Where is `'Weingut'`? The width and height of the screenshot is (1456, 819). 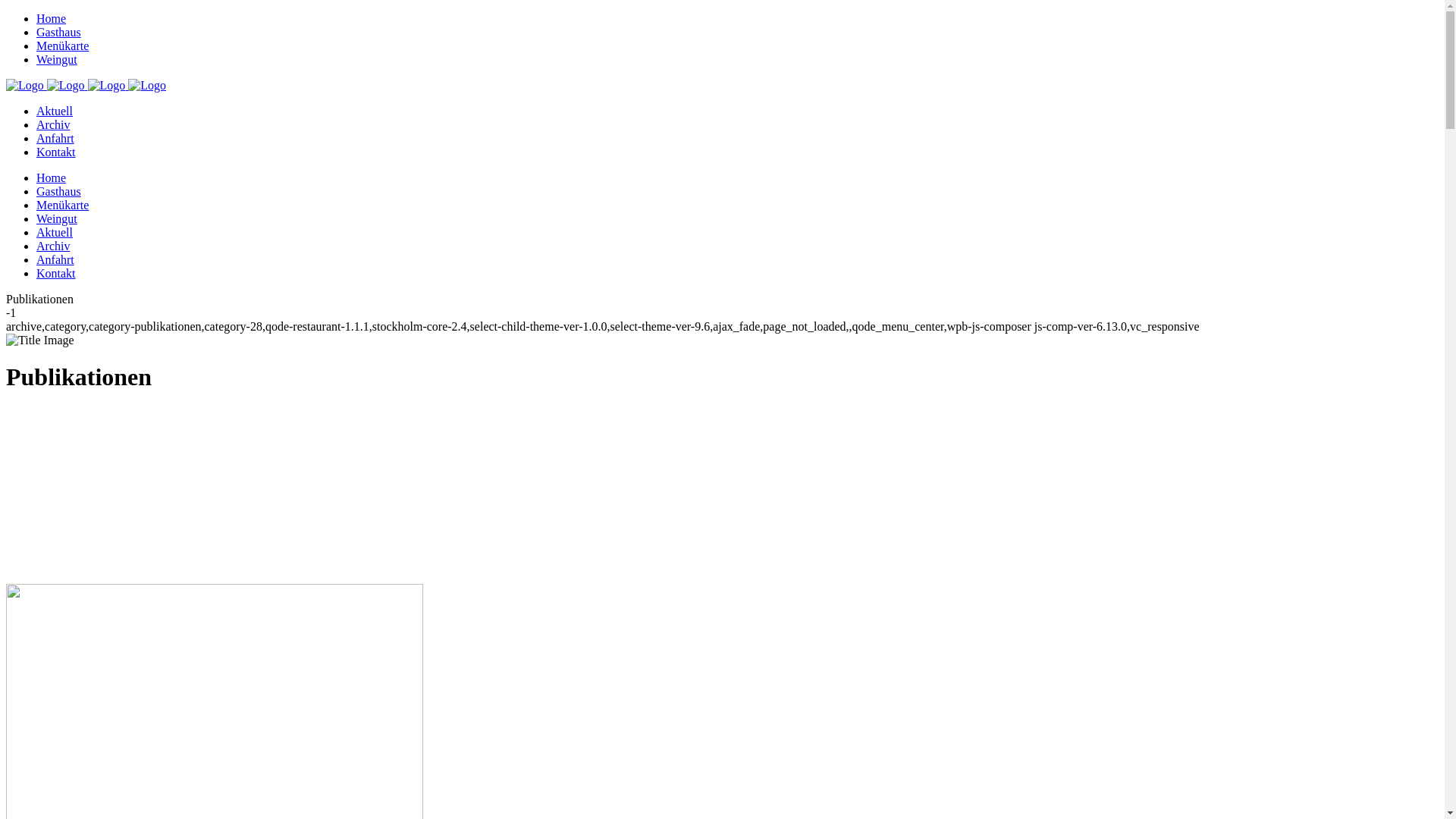 'Weingut' is located at coordinates (57, 218).